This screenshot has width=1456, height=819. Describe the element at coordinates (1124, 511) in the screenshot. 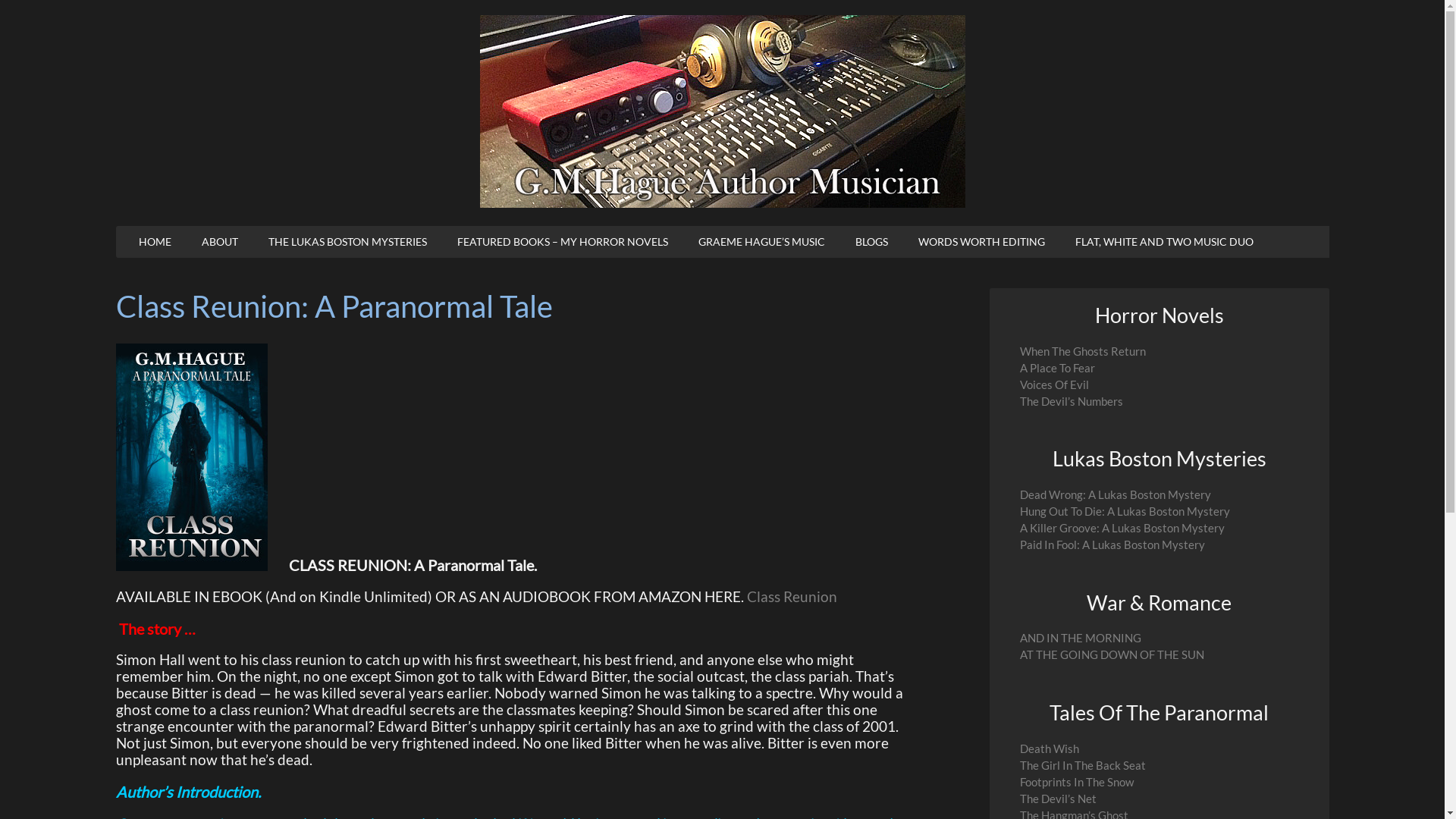

I see `'Hung Out To Die: A Lukas Boston Mystery'` at that location.